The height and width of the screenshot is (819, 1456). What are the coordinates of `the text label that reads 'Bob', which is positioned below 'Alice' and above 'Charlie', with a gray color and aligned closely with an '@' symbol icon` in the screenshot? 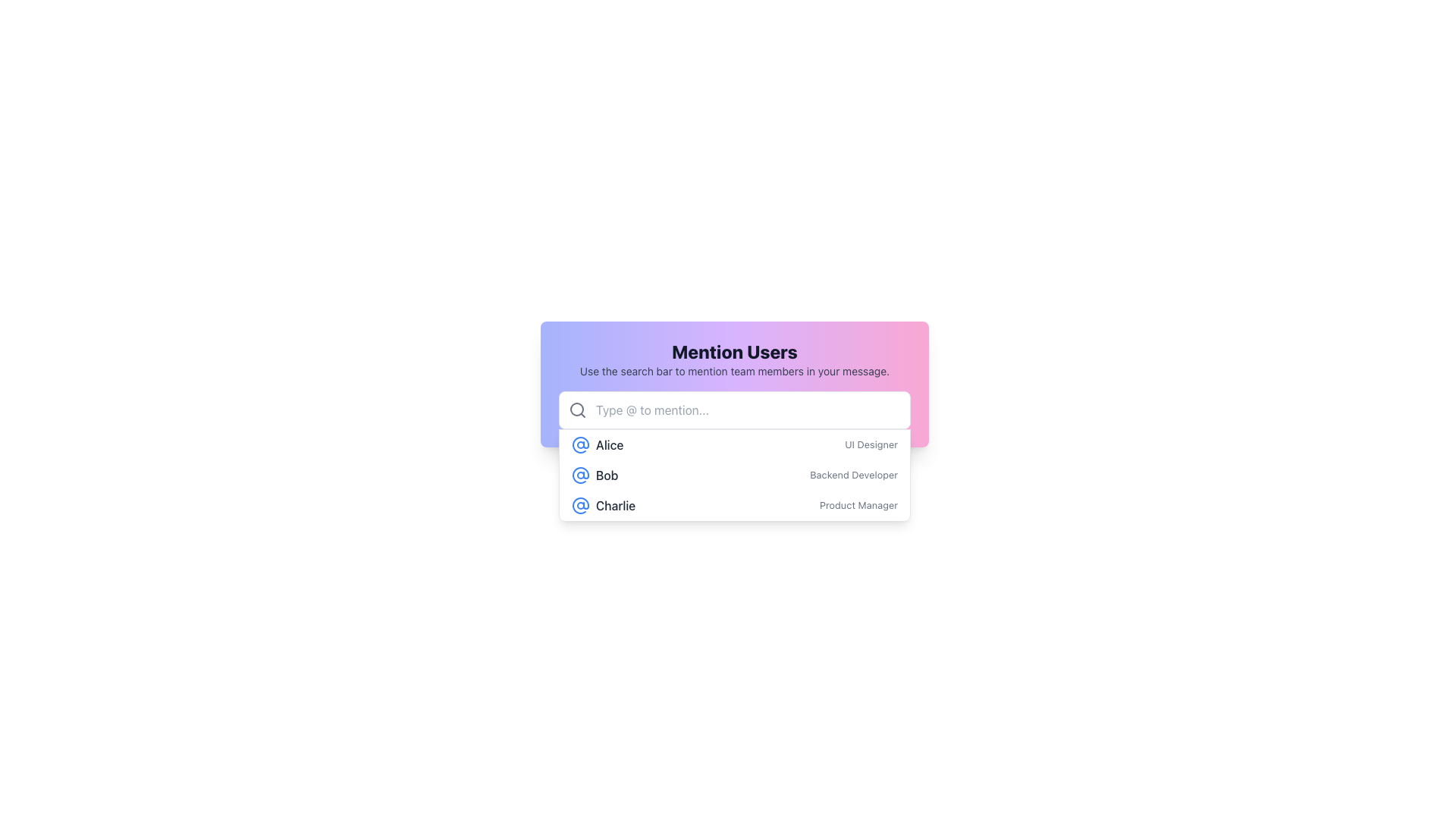 It's located at (607, 475).